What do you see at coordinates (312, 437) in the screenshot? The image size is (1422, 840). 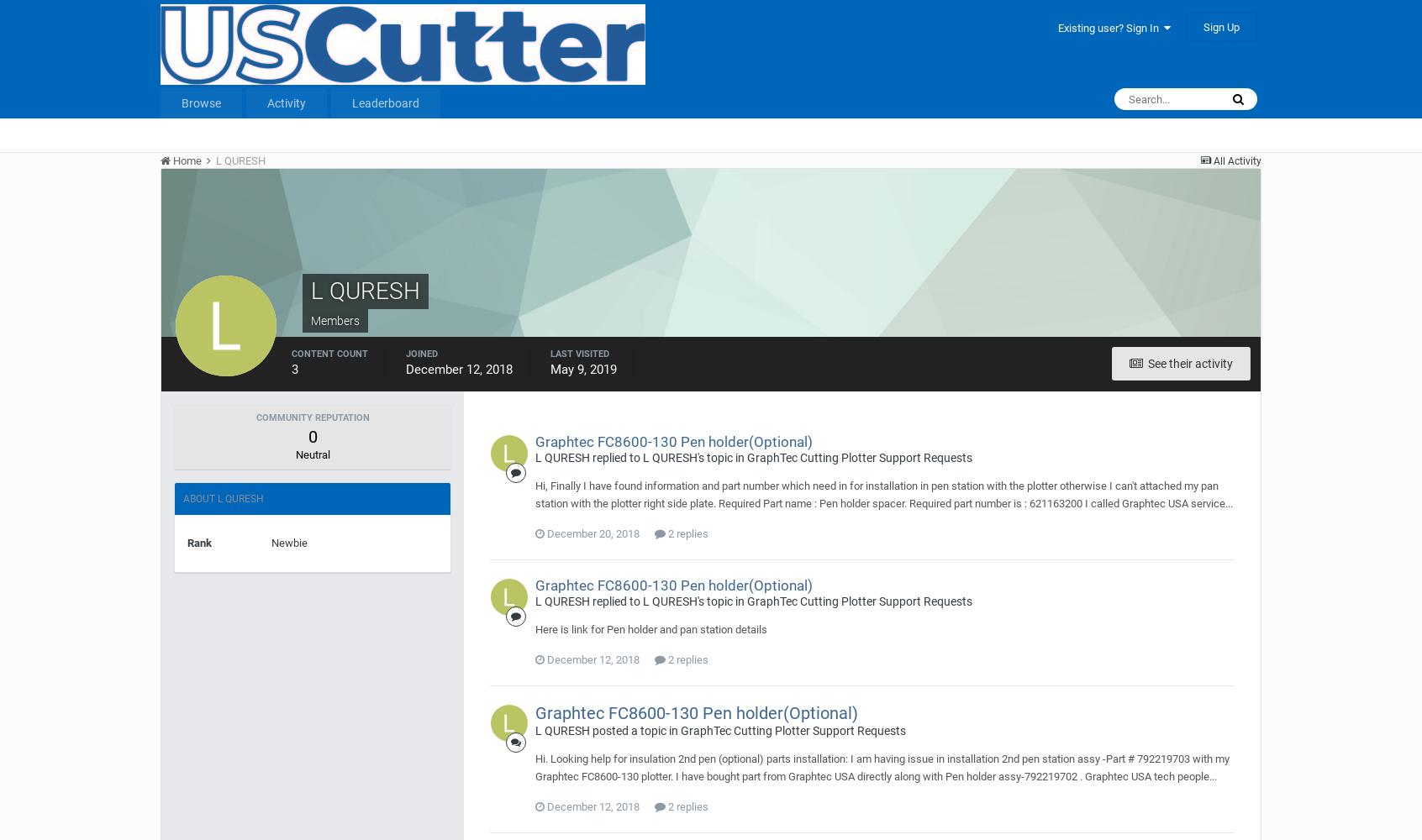 I see `'0'` at bounding box center [312, 437].